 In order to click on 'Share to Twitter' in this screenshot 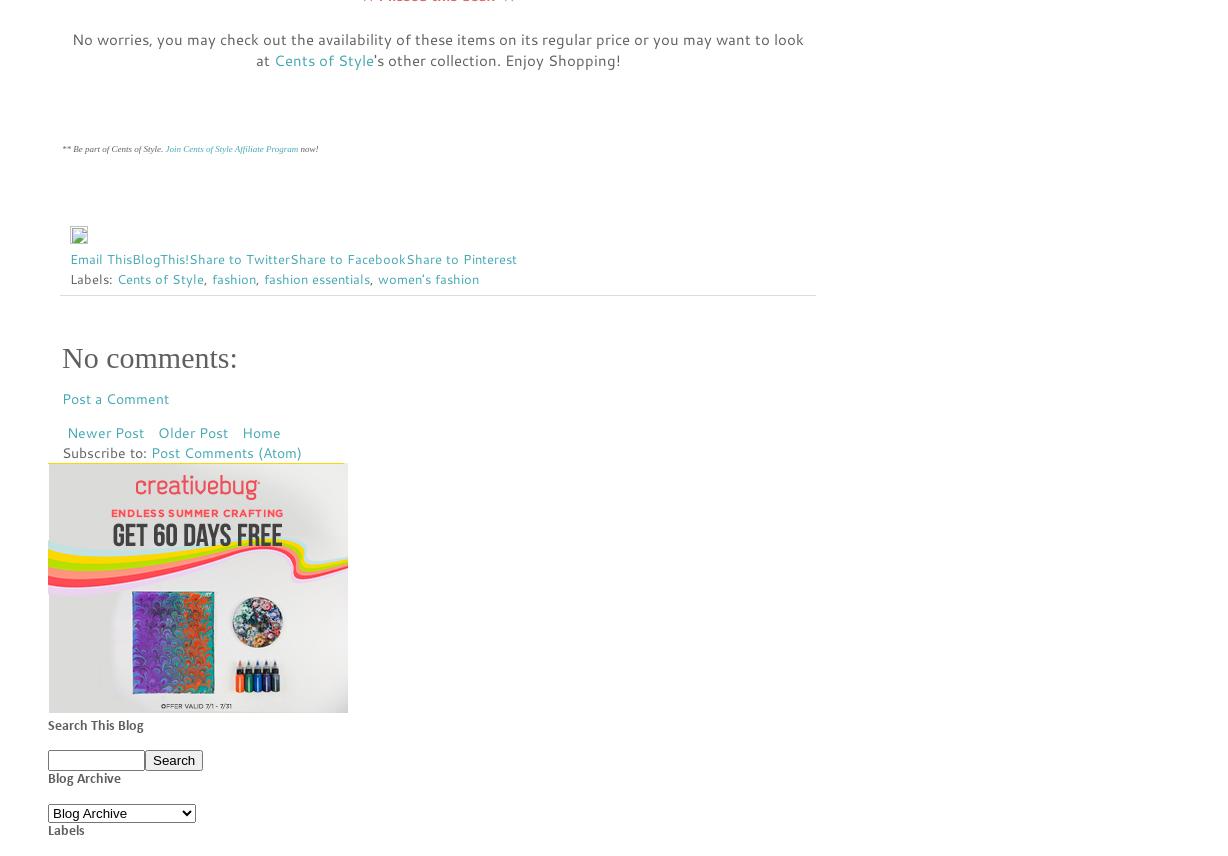, I will do `click(238, 258)`.